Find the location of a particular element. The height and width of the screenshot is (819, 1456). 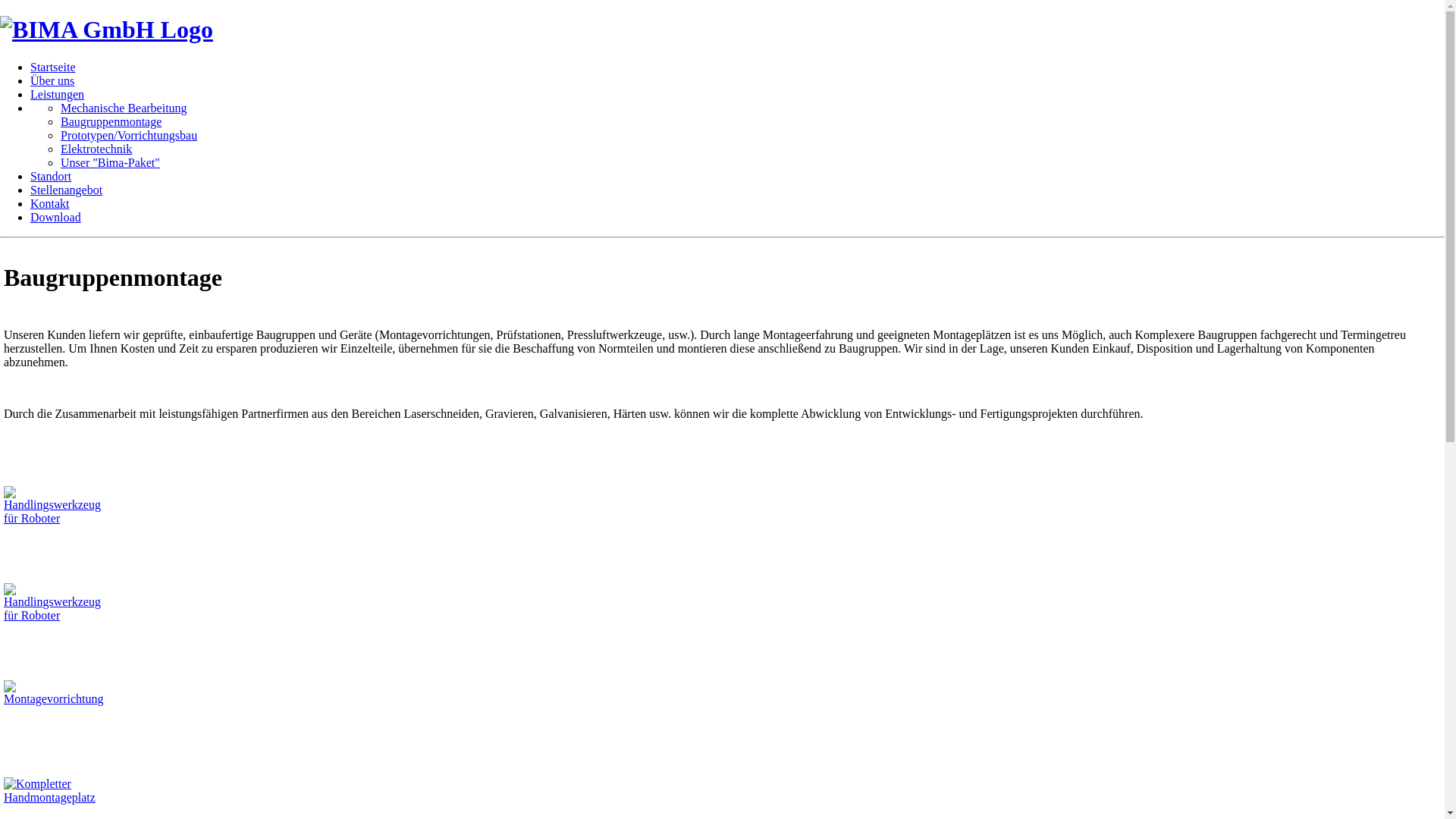

'Download' is located at coordinates (55, 217).